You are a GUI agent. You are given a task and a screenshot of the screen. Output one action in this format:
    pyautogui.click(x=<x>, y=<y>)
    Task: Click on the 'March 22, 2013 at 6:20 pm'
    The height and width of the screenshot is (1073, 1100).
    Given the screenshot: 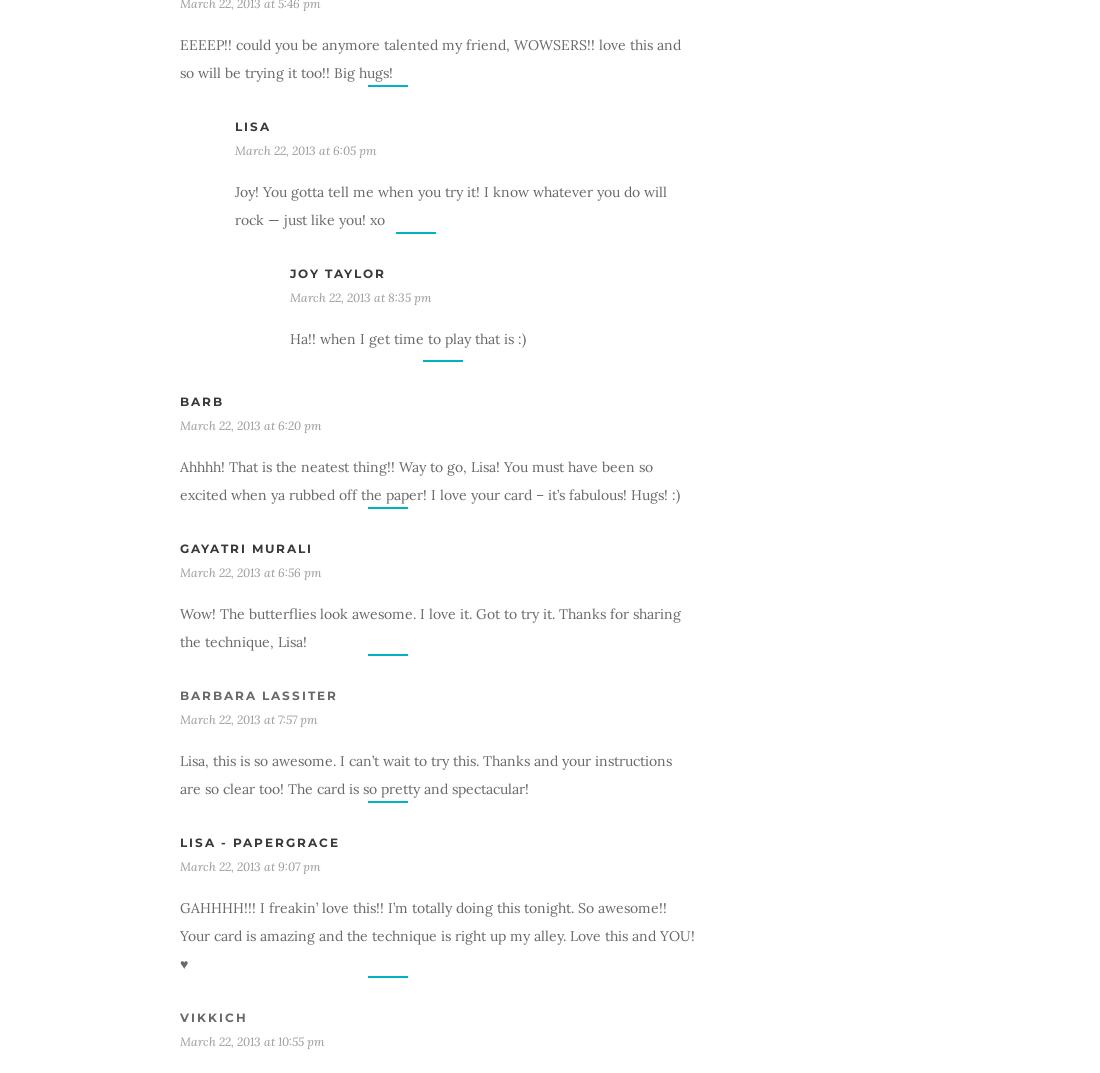 What is the action you would take?
    pyautogui.click(x=178, y=424)
    